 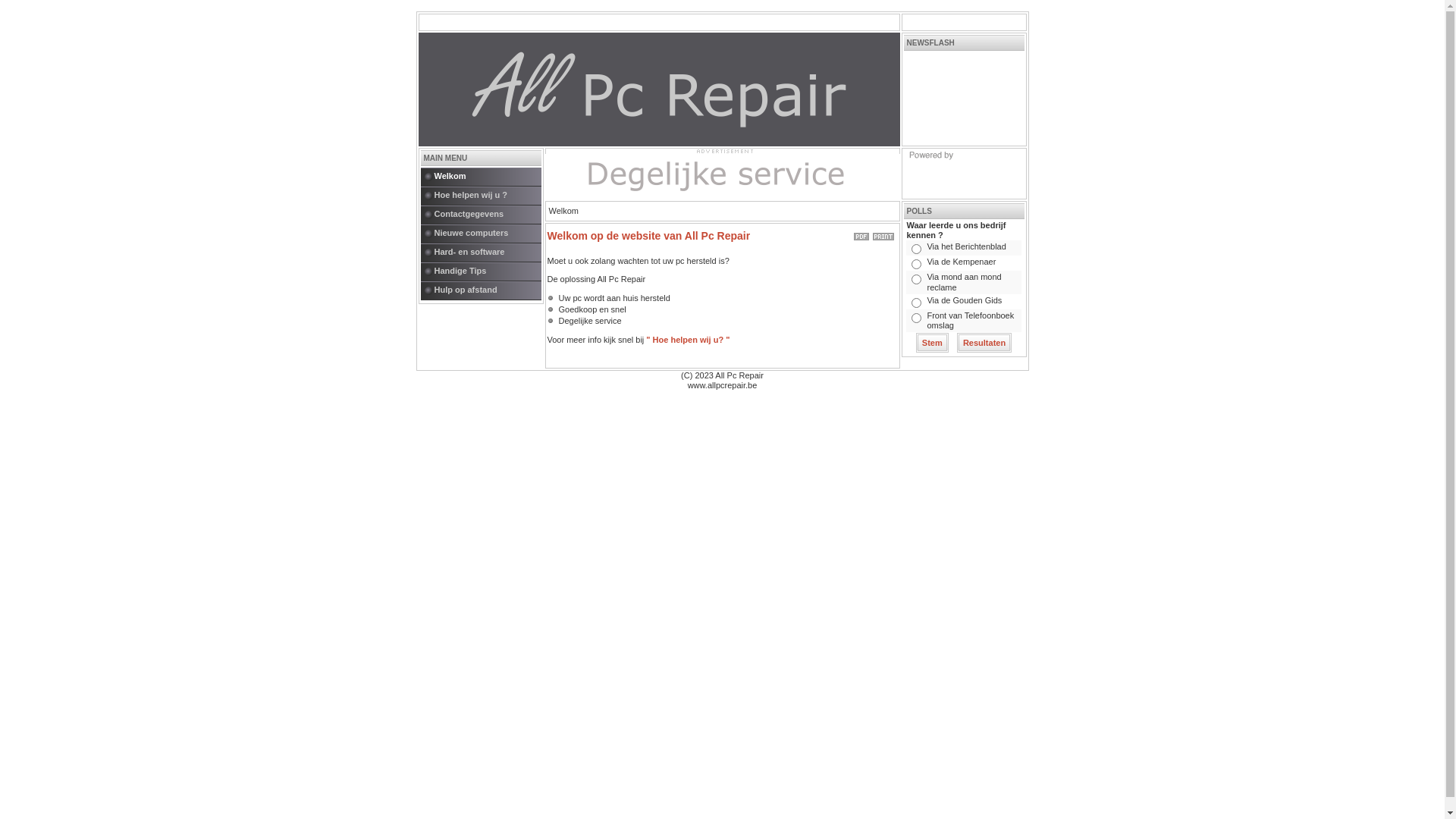 I want to click on 'Afdrukken', so click(x=882, y=234).